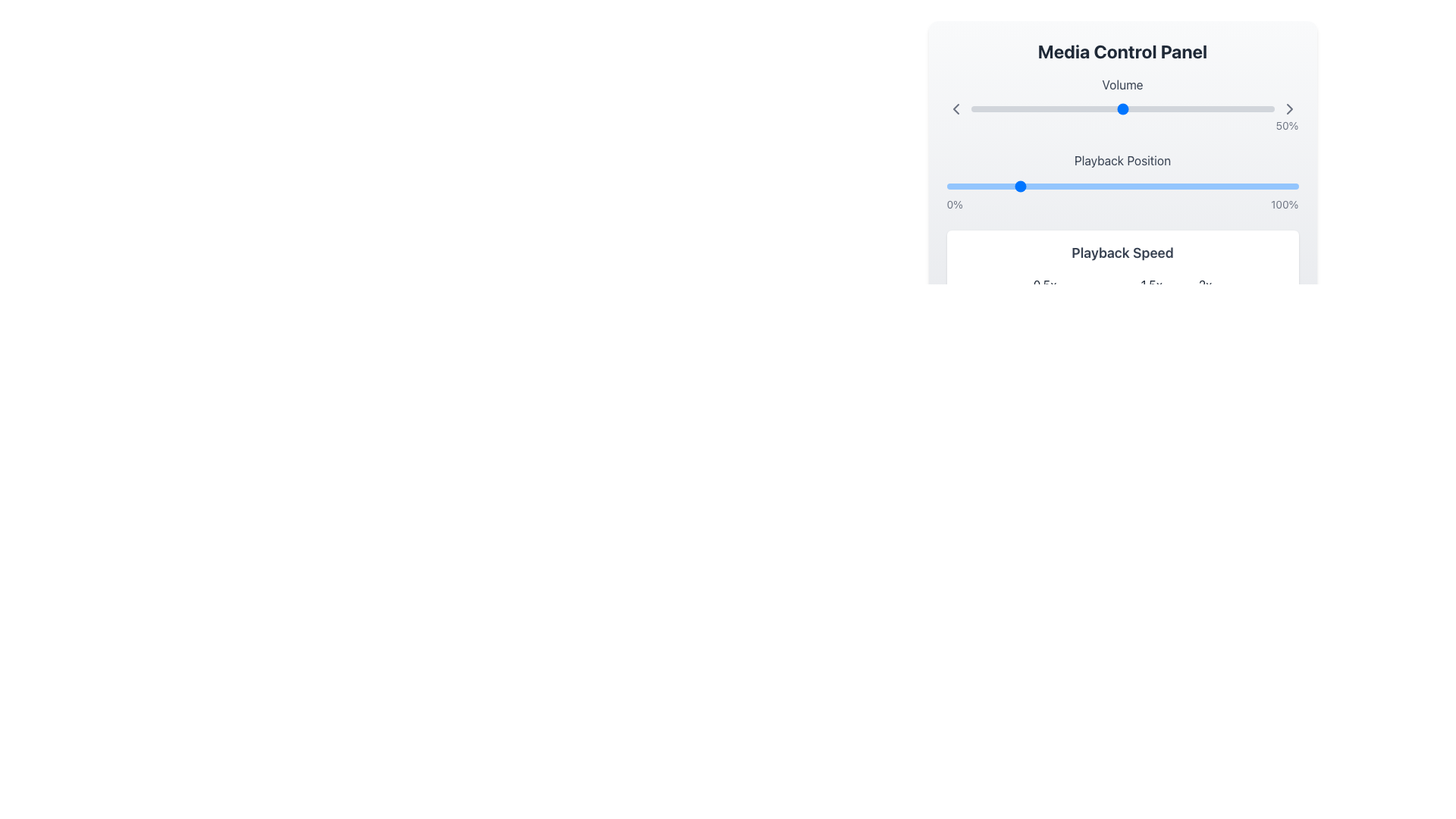 The height and width of the screenshot is (819, 1456). What do you see at coordinates (1126, 186) in the screenshot?
I see `the playback position` at bounding box center [1126, 186].